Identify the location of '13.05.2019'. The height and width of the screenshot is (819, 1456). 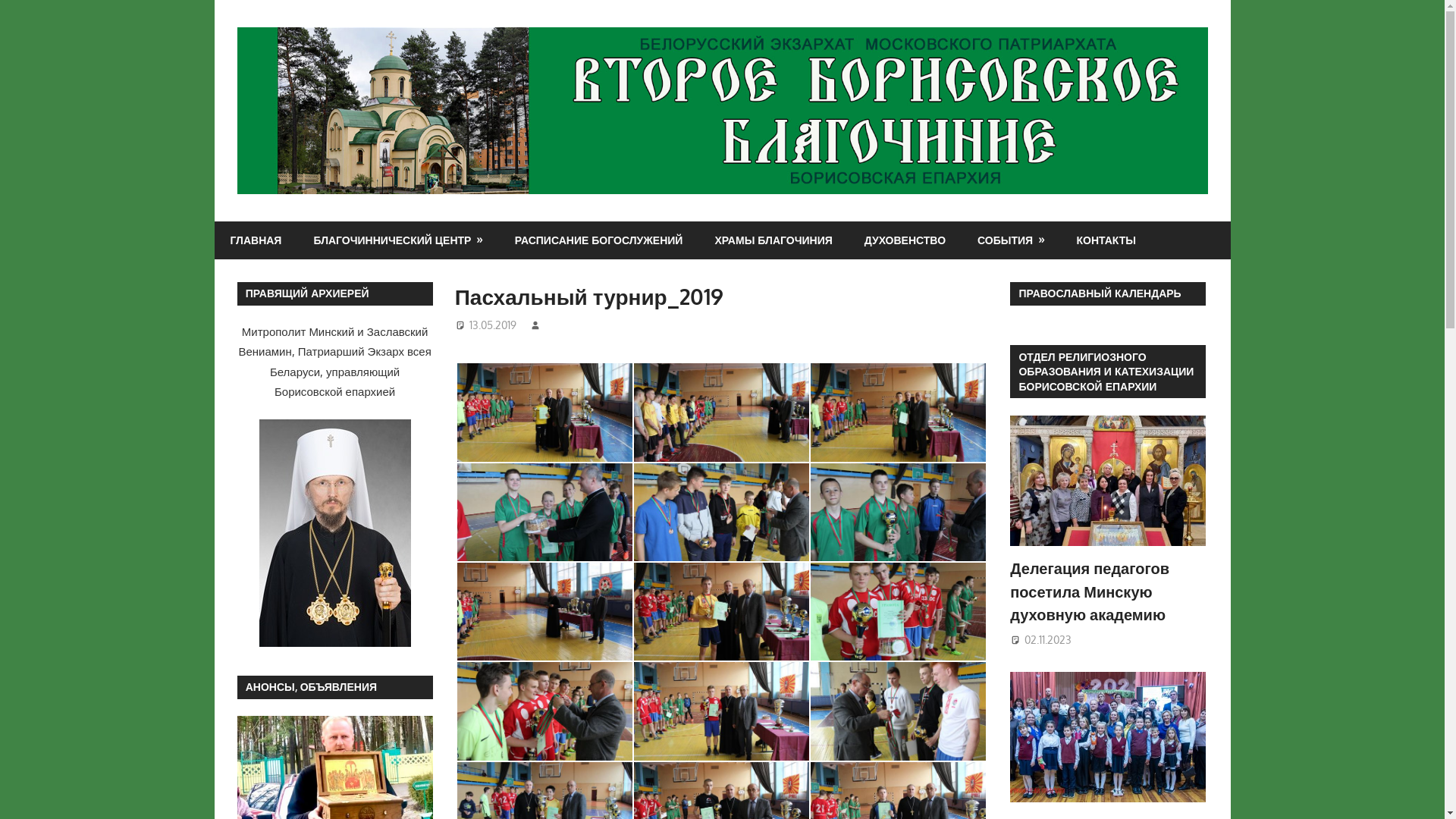
(492, 324).